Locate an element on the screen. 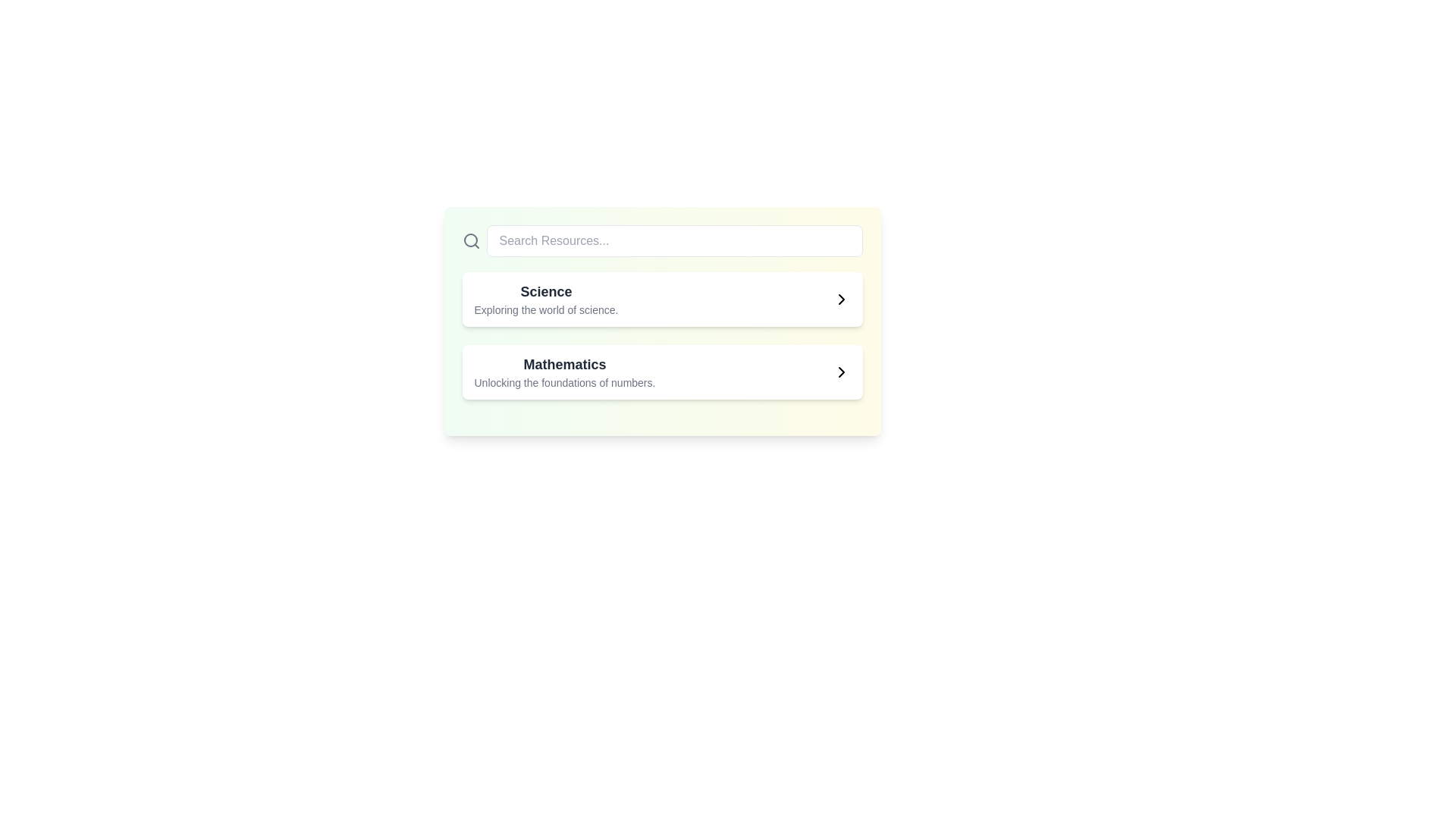 The height and width of the screenshot is (819, 1456). the Chevron icon located in the top-right corner of the 'Science' card is located at coordinates (840, 299).